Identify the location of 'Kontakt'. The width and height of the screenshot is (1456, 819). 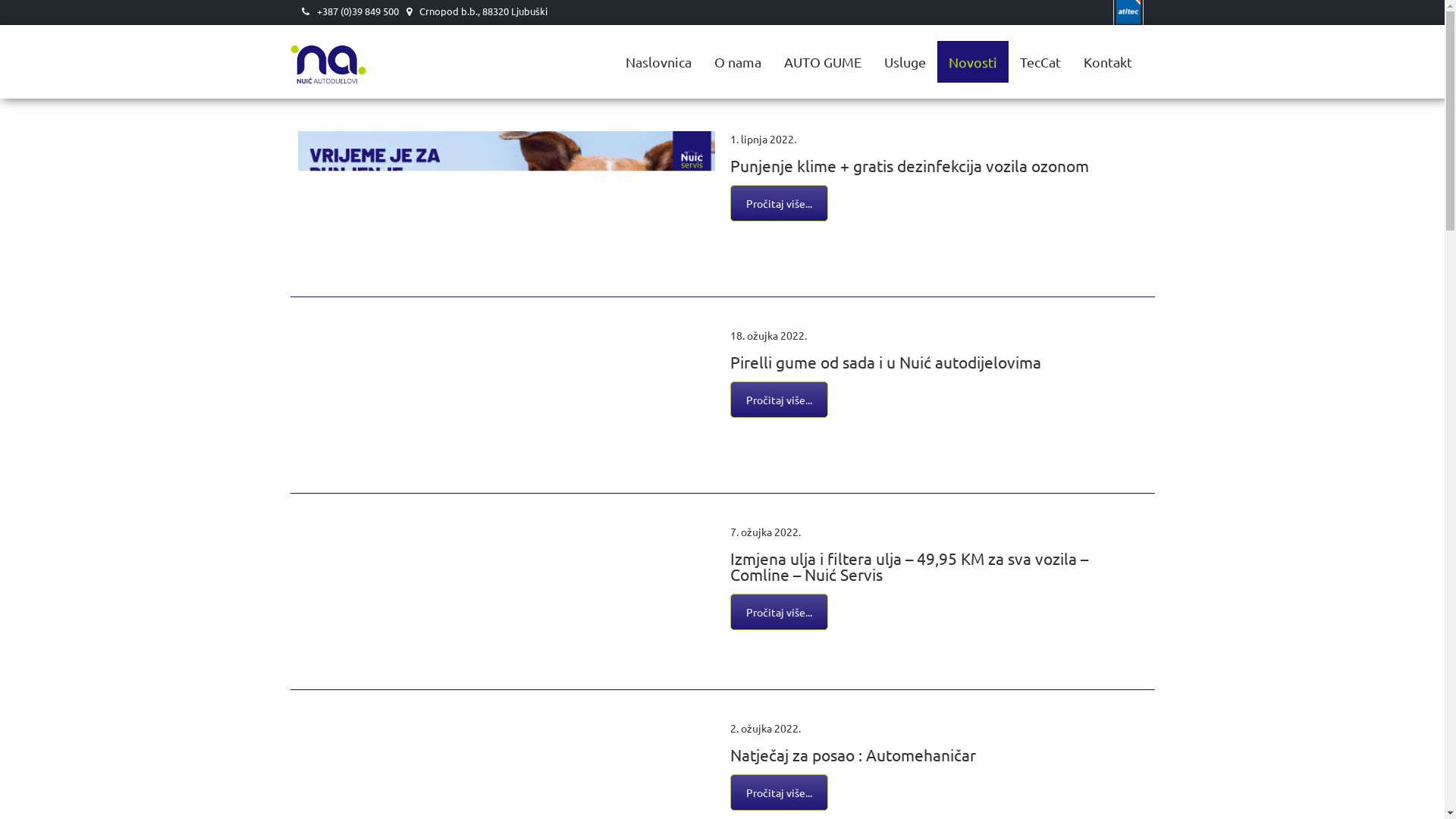
(1072, 61).